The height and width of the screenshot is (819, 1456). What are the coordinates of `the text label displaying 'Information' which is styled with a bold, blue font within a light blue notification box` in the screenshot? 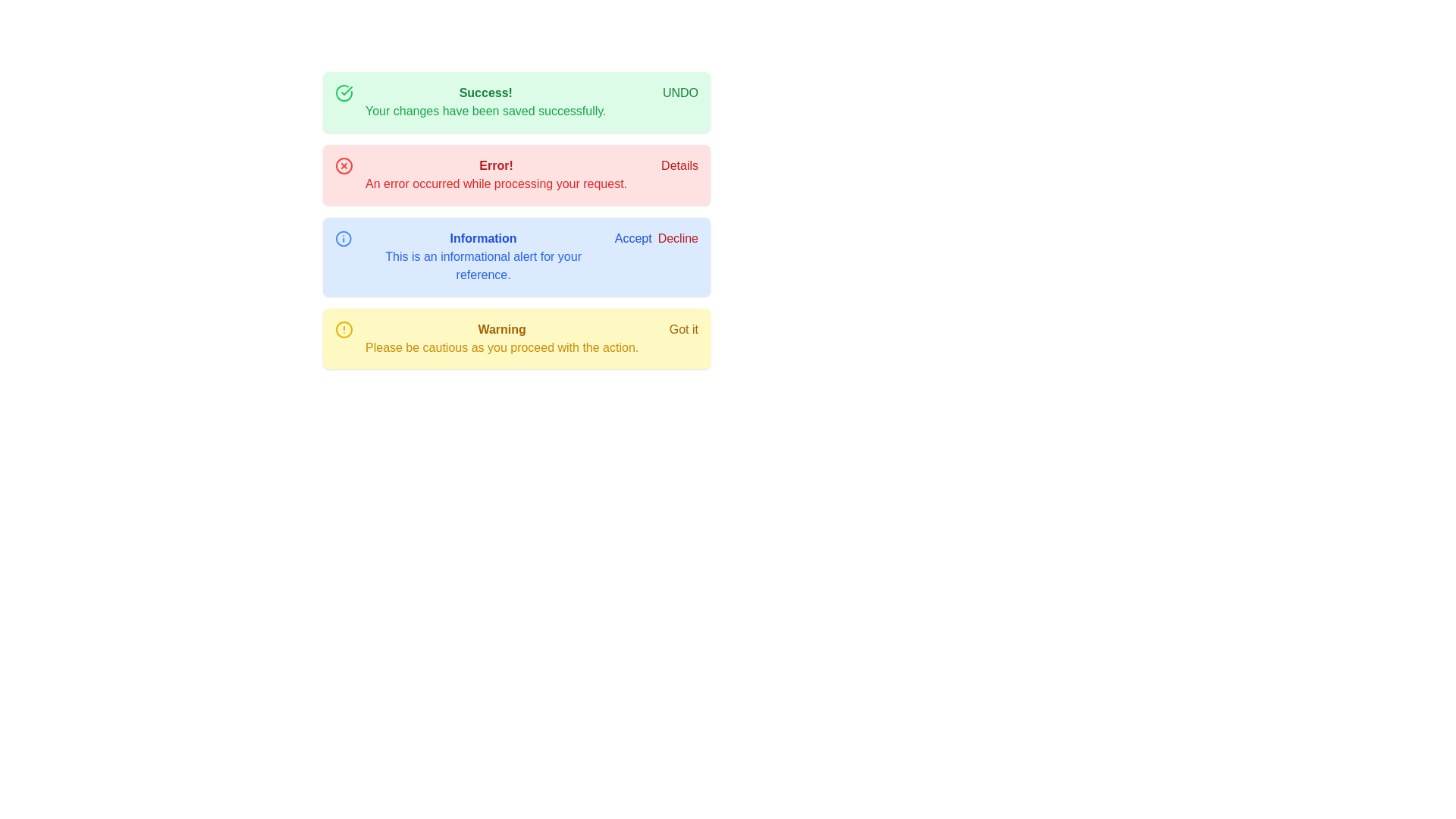 It's located at (482, 239).